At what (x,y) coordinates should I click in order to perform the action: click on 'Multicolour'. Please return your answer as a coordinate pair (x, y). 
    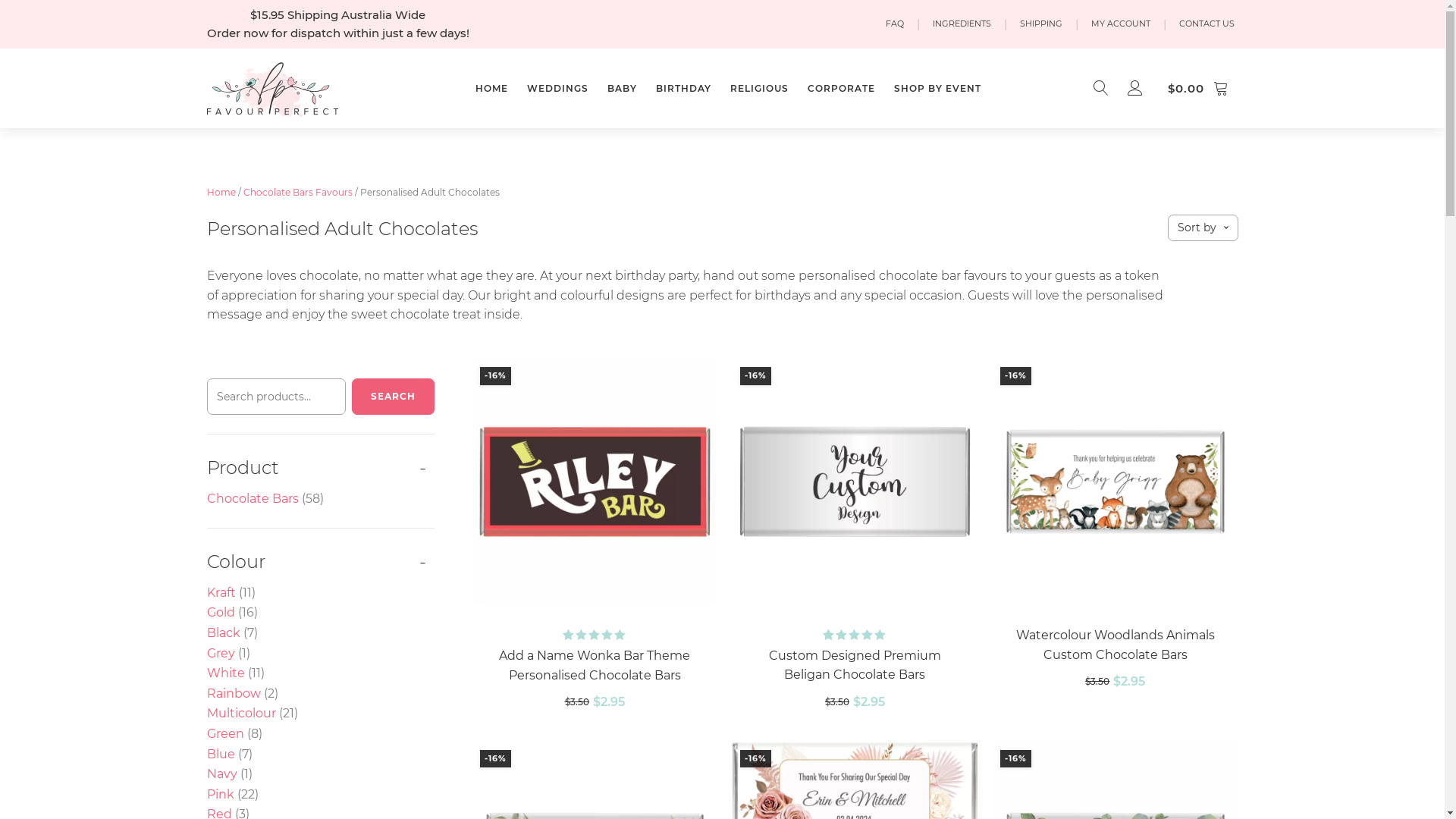
    Looking at the image, I should click on (240, 713).